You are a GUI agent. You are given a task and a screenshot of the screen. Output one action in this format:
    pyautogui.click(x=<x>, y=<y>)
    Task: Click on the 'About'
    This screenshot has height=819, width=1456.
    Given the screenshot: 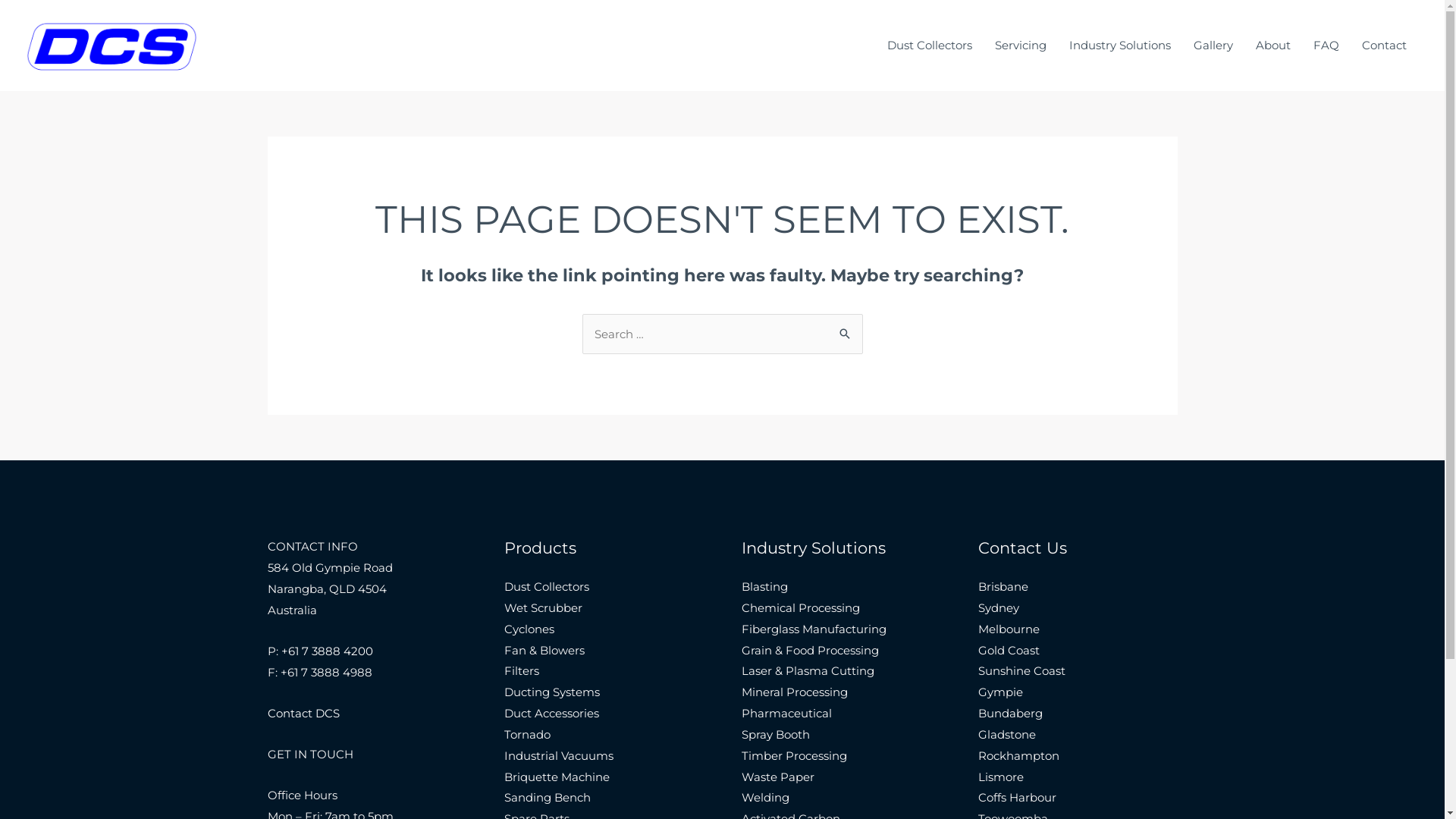 What is the action you would take?
    pyautogui.click(x=1273, y=45)
    